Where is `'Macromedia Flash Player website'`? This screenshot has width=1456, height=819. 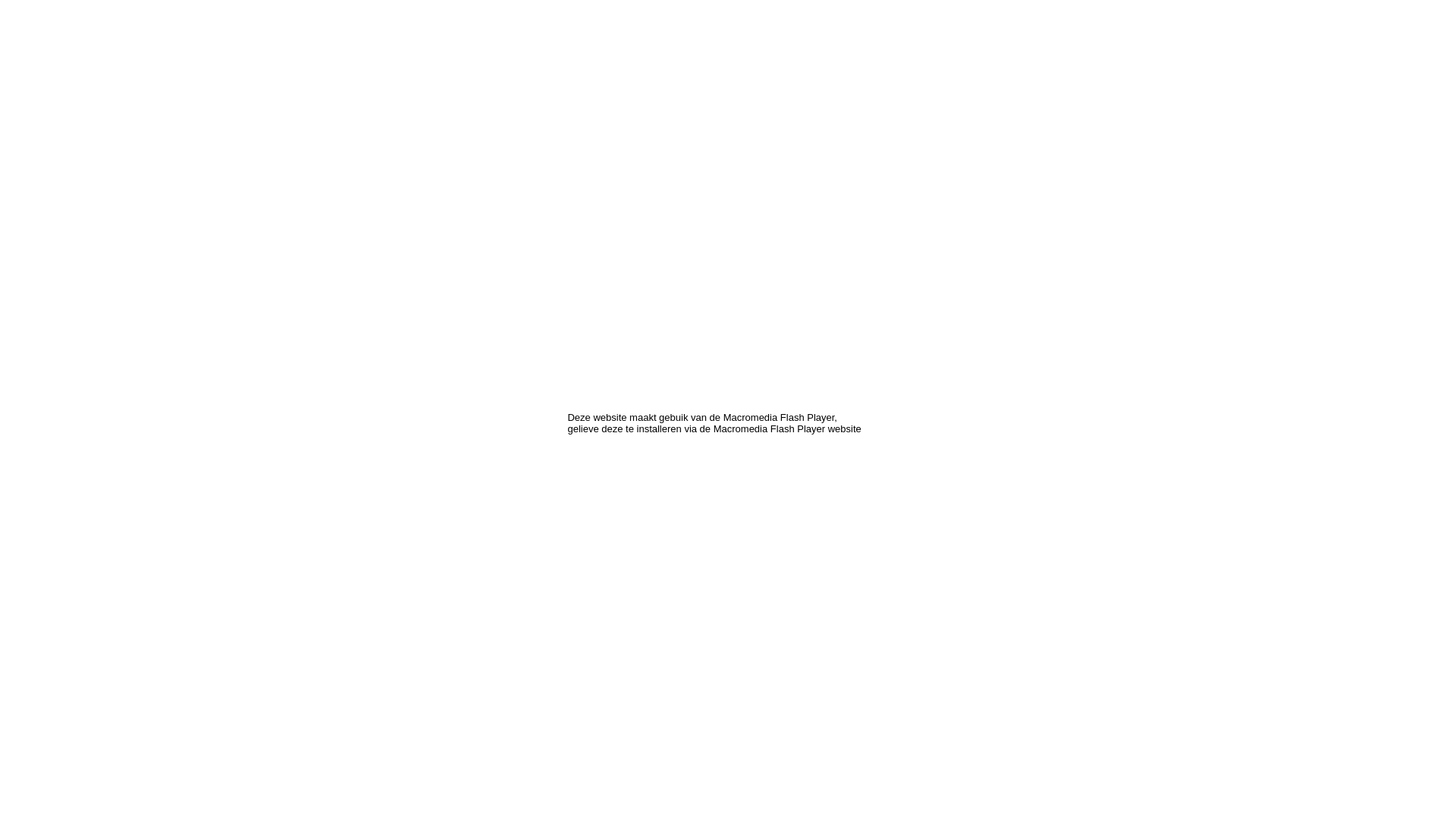 'Macromedia Flash Player website' is located at coordinates (712, 428).